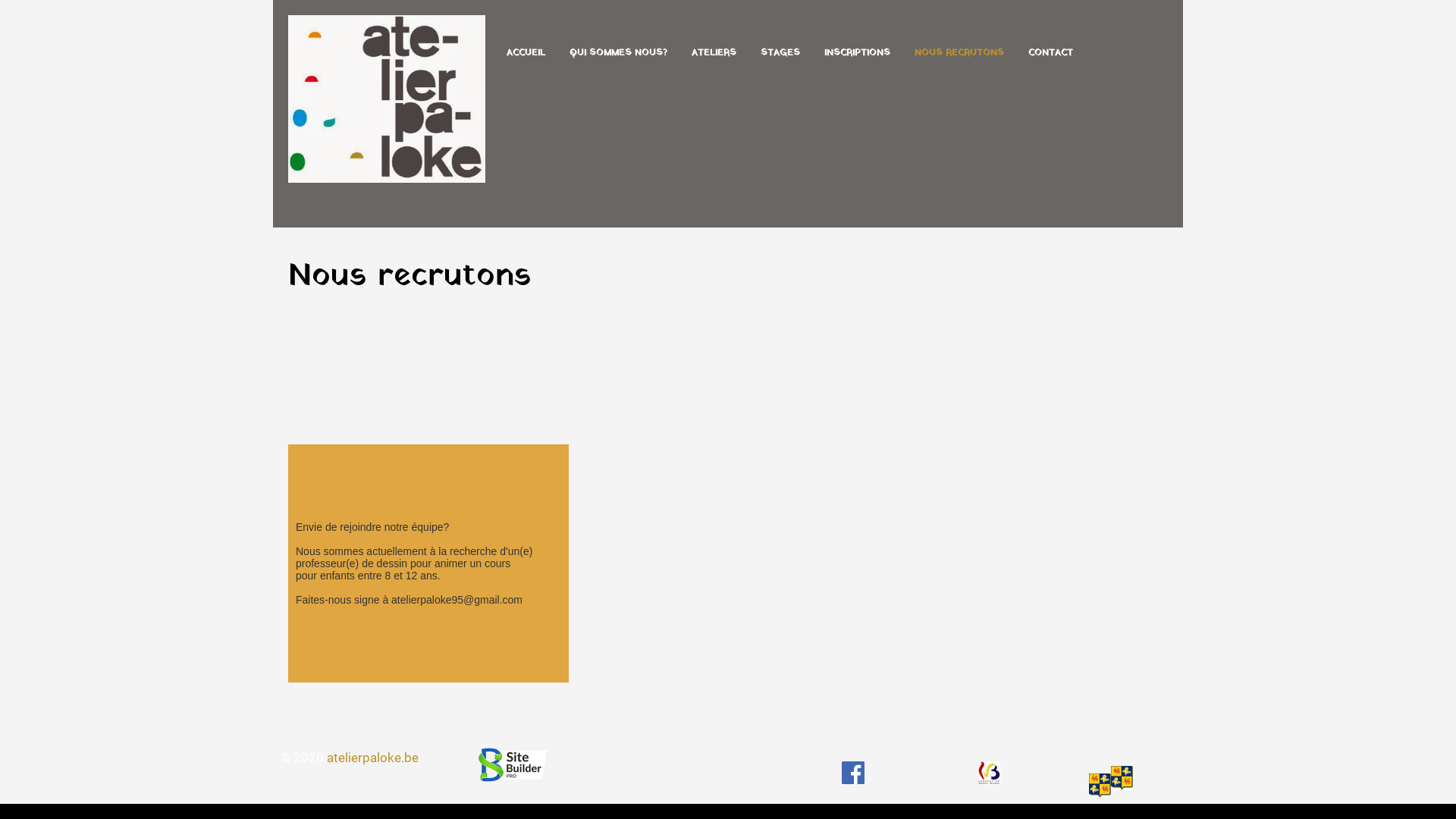 Image resolution: width=1456 pixels, height=819 pixels. What do you see at coordinates (959, 54) in the screenshot?
I see `'NOUS RECRUTONS'` at bounding box center [959, 54].